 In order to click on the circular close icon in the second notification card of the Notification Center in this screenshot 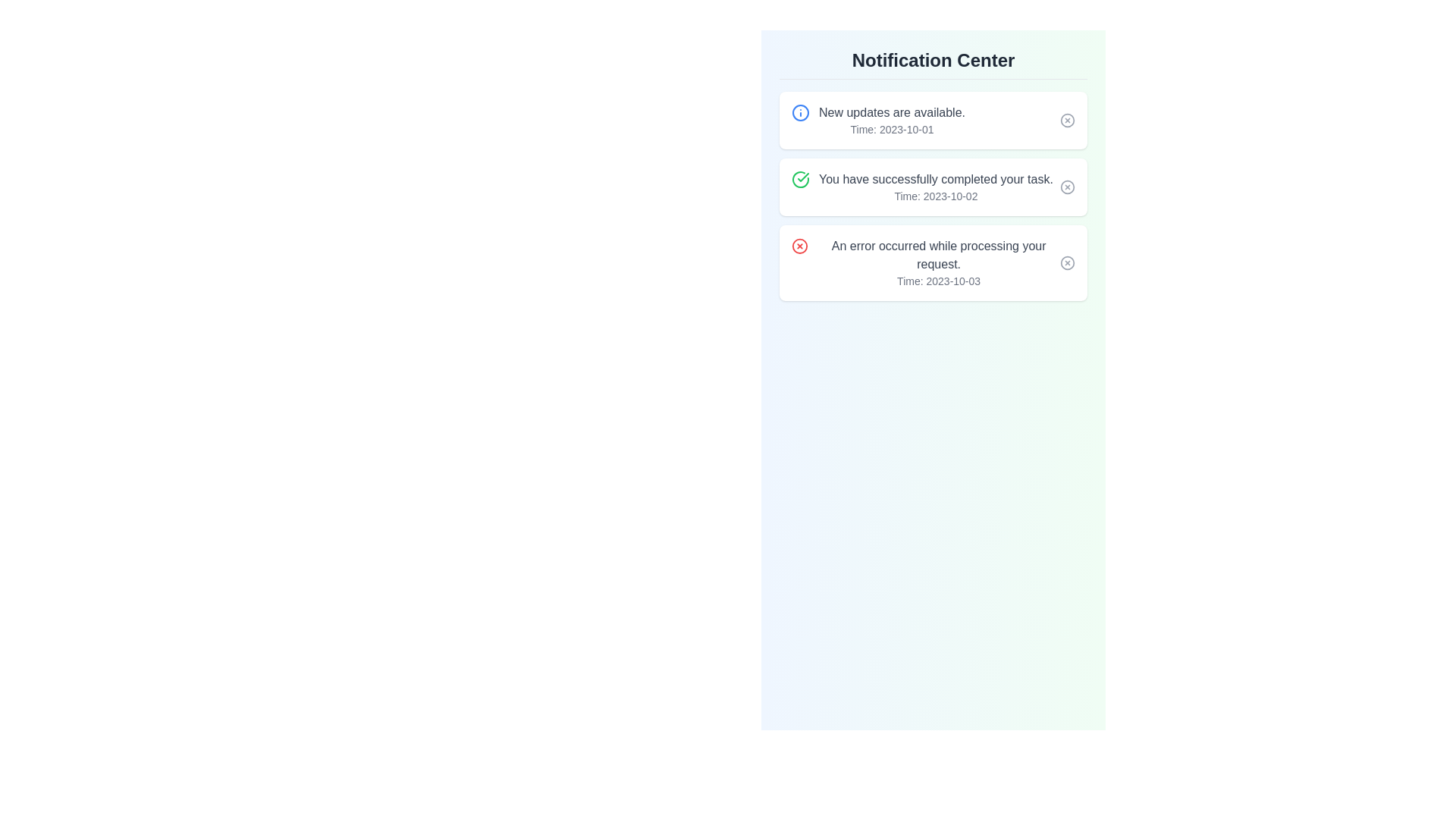, I will do `click(1066, 186)`.